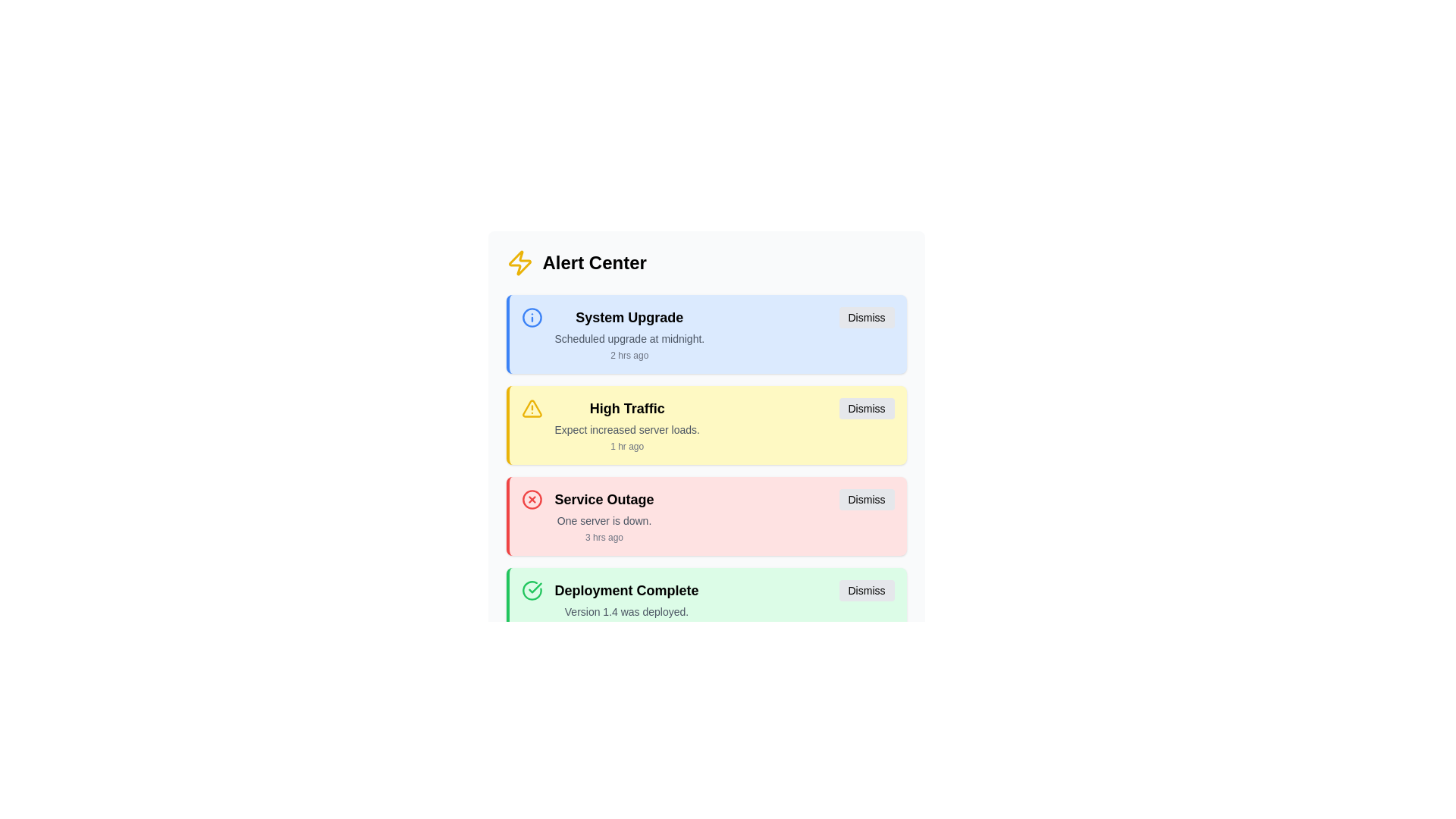 Image resolution: width=1456 pixels, height=819 pixels. What do you see at coordinates (603, 519) in the screenshot?
I see `the static text element reading 'One server is down.' which is centrally aligned below the title 'Service Outage' in a light pink card` at bounding box center [603, 519].